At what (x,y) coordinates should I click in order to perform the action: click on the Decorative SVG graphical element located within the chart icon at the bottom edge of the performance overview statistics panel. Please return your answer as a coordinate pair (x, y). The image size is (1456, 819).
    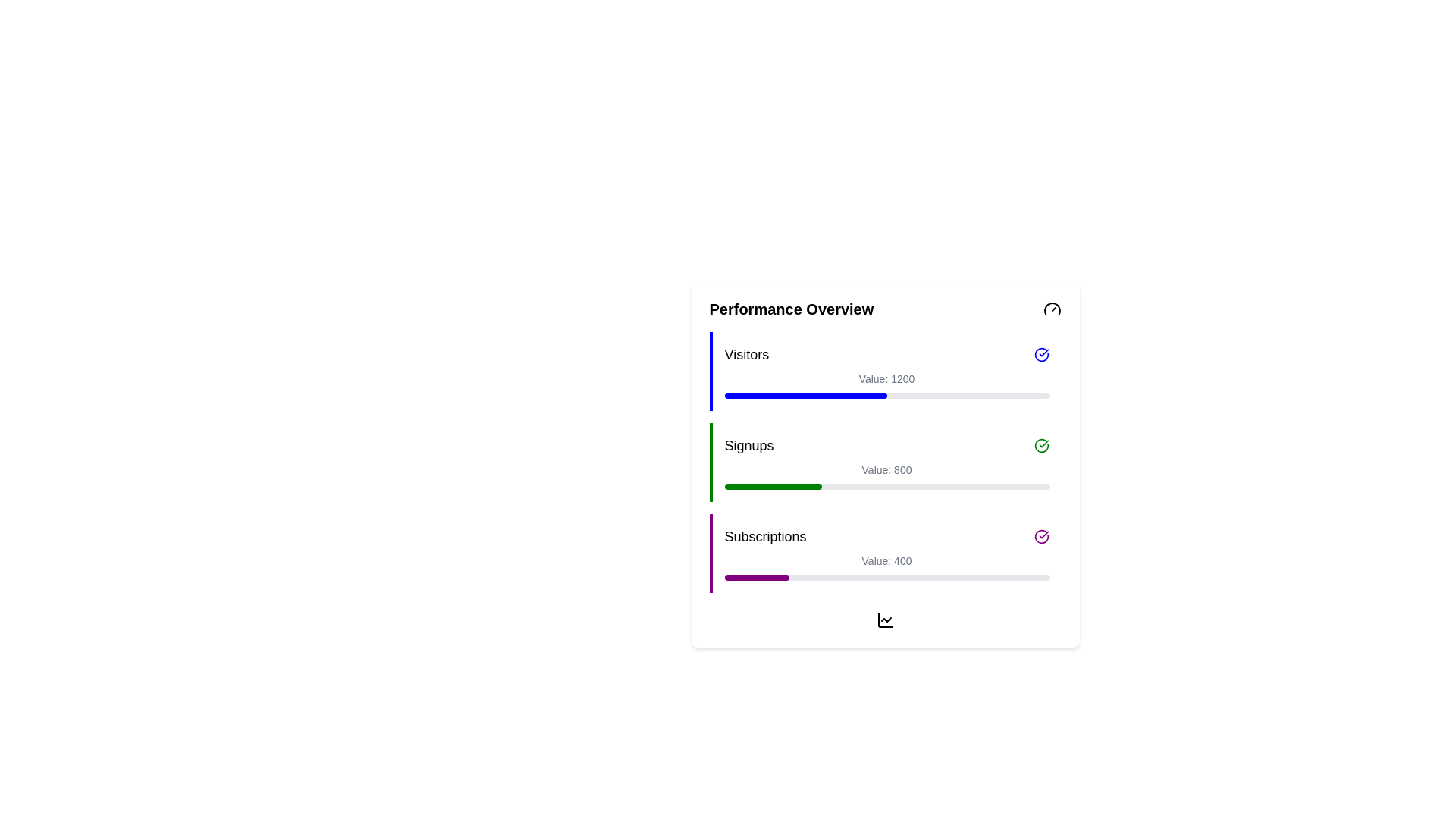
    Looking at the image, I should click on (885, 620).